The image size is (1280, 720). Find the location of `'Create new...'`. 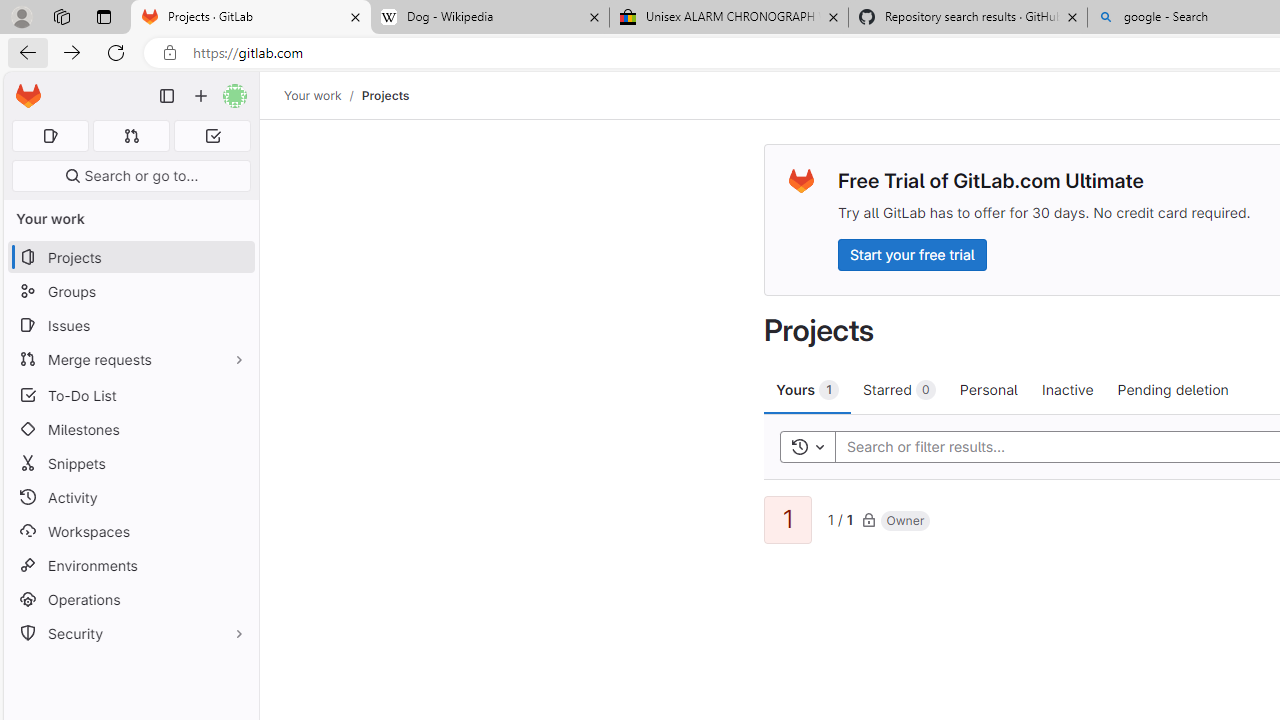

'Create new...' is located at coordinates (201, 96).